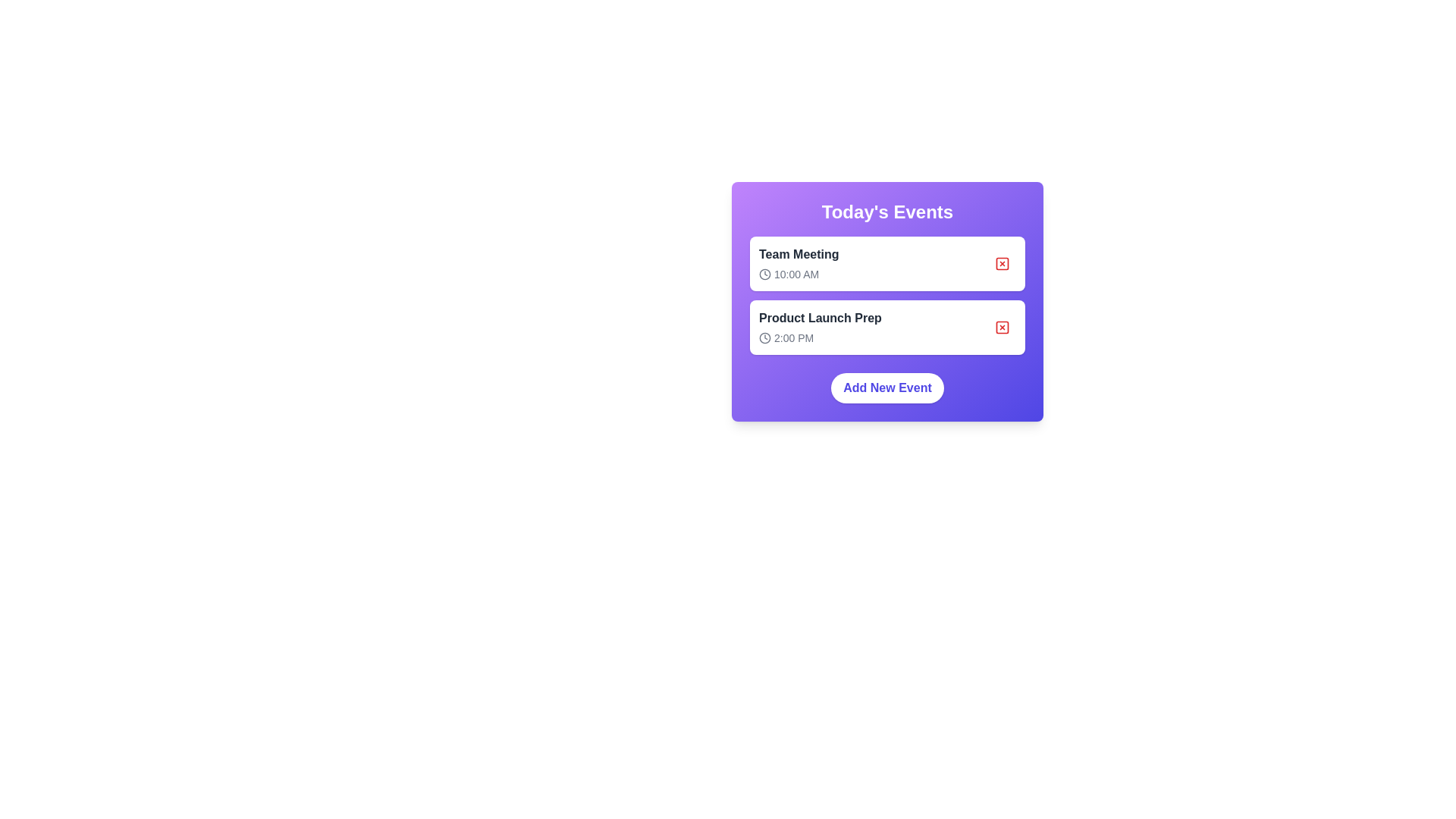  Describe the element at coordinates (798, 262) in the screenshot. I see `the informational element titled 'Team Meeting' with timestamp '10:00 AM' located in the 'Today's Events' card` at that location.